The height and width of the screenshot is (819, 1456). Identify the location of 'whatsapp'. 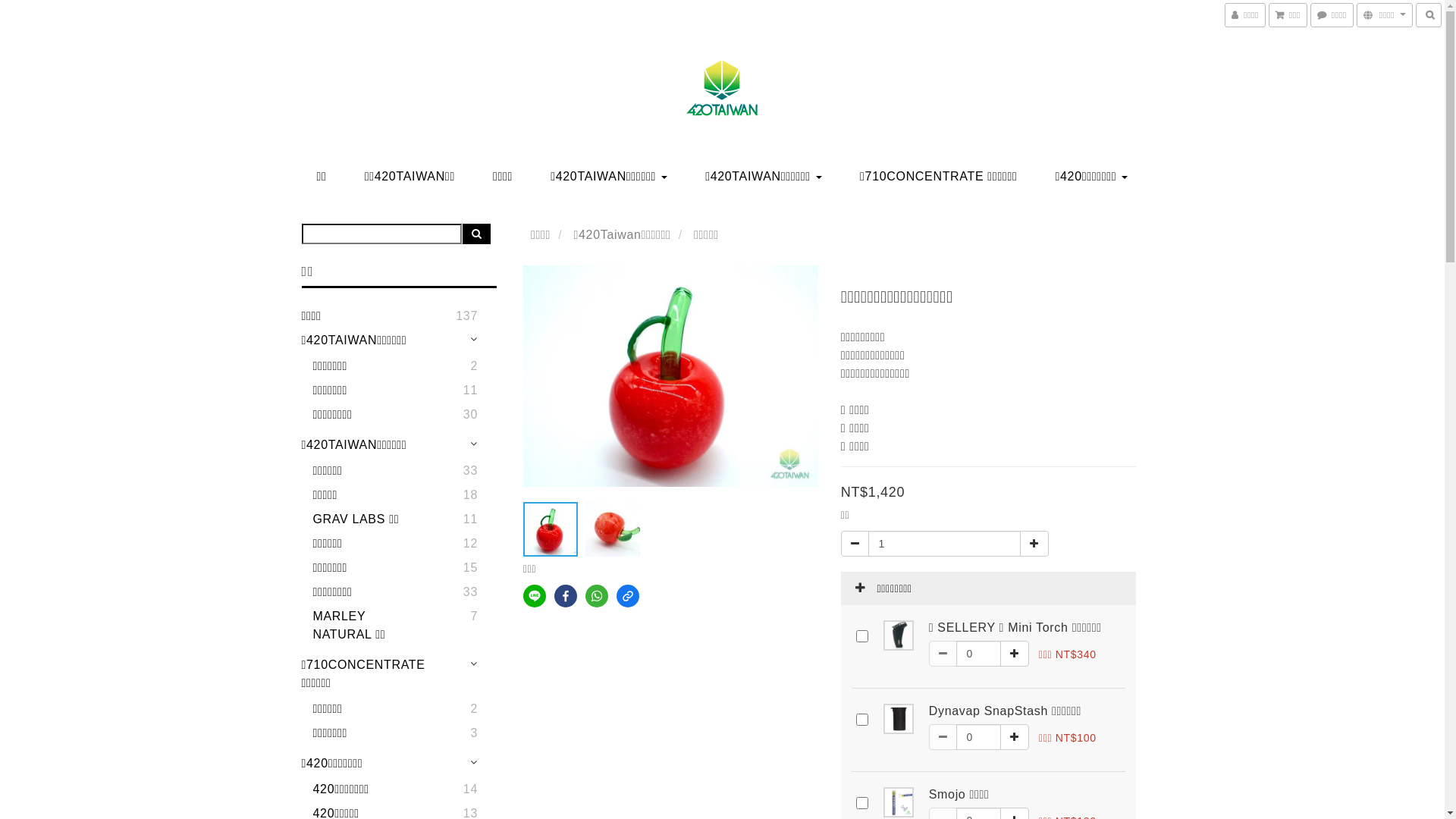
(596, 595).